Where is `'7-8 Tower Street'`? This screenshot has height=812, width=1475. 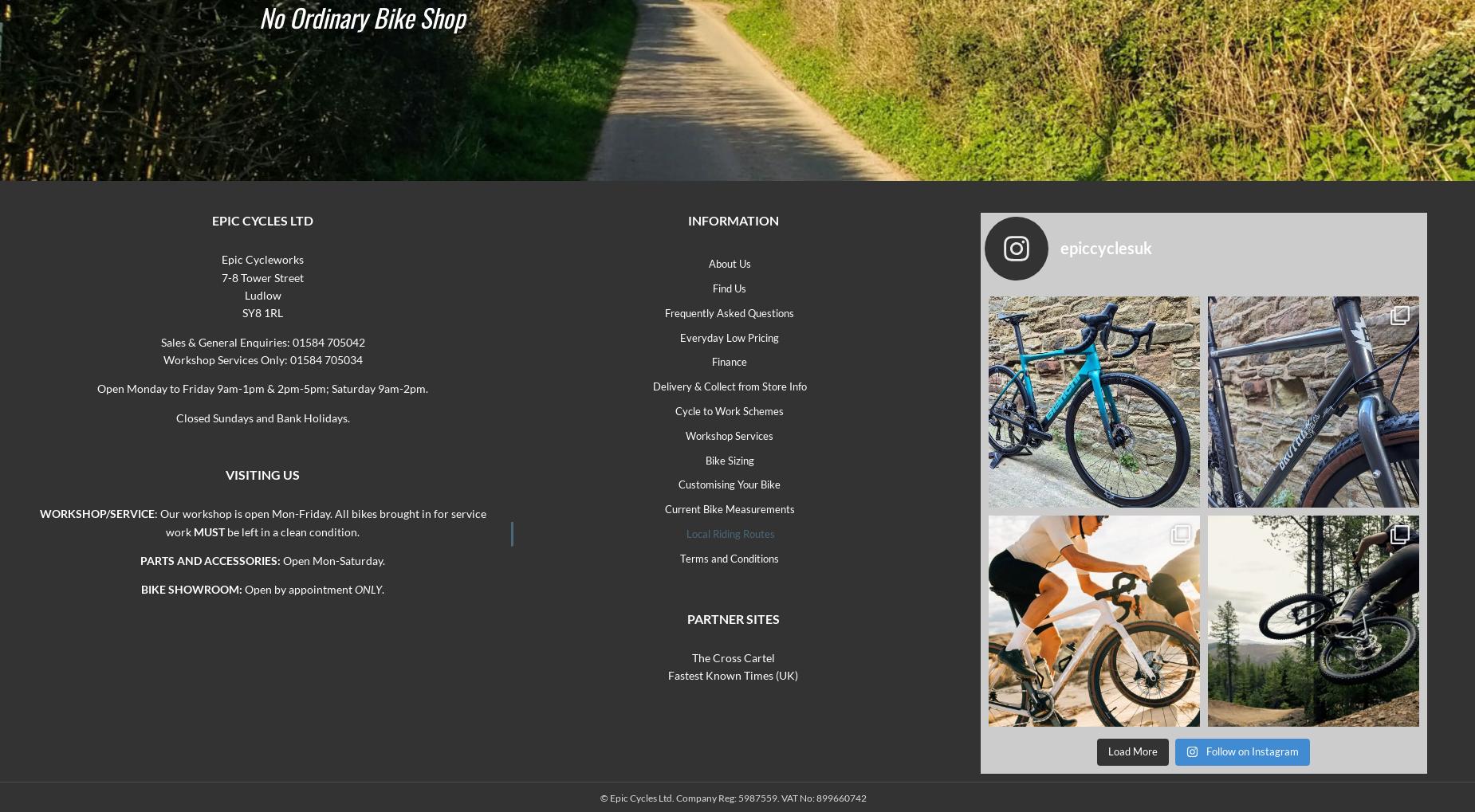
'7-8 Tower Street' is located at coordinates (262, 277).